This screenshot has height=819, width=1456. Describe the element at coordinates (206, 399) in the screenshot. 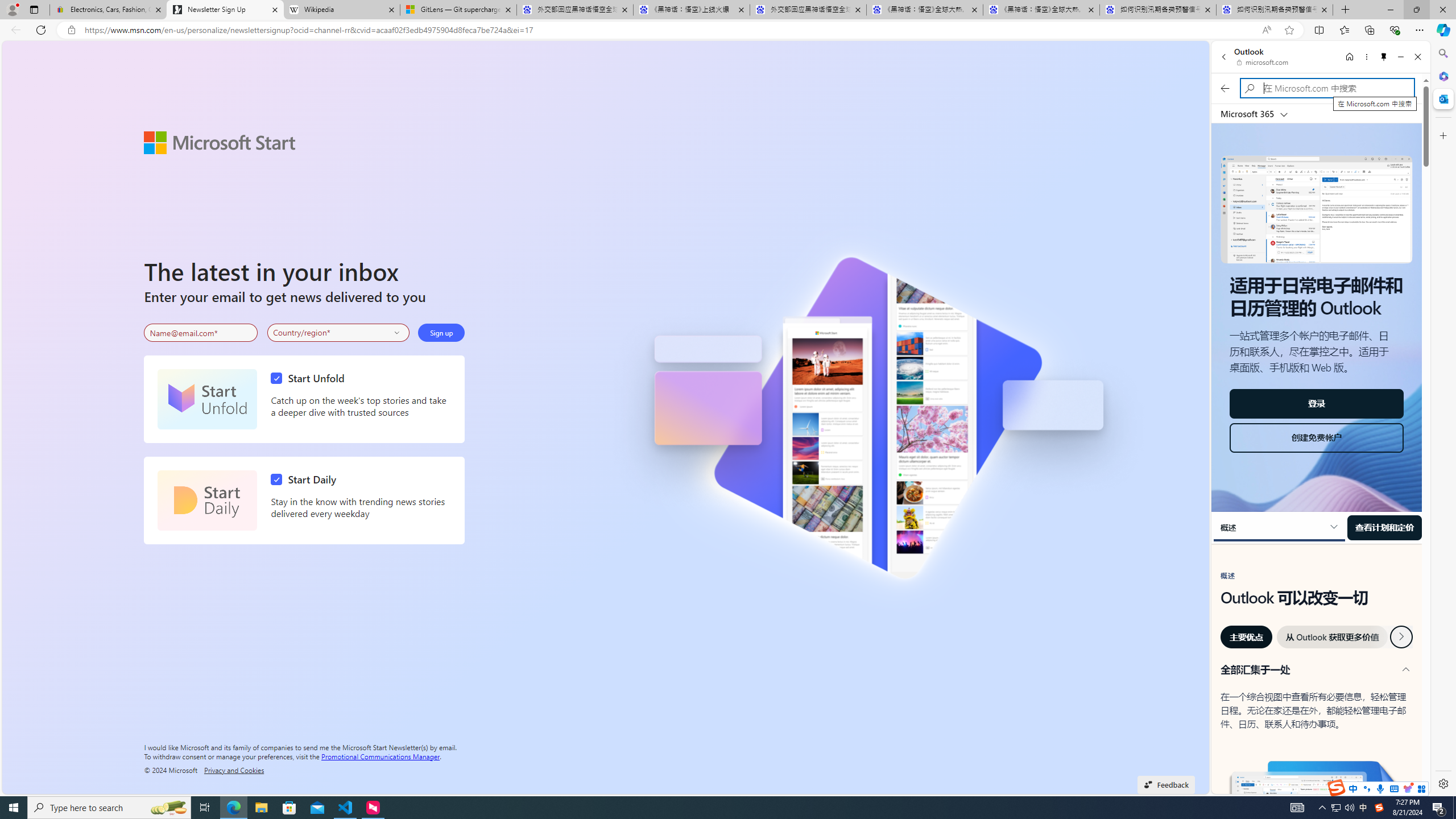

I see `'Start Unfold'` at that location.